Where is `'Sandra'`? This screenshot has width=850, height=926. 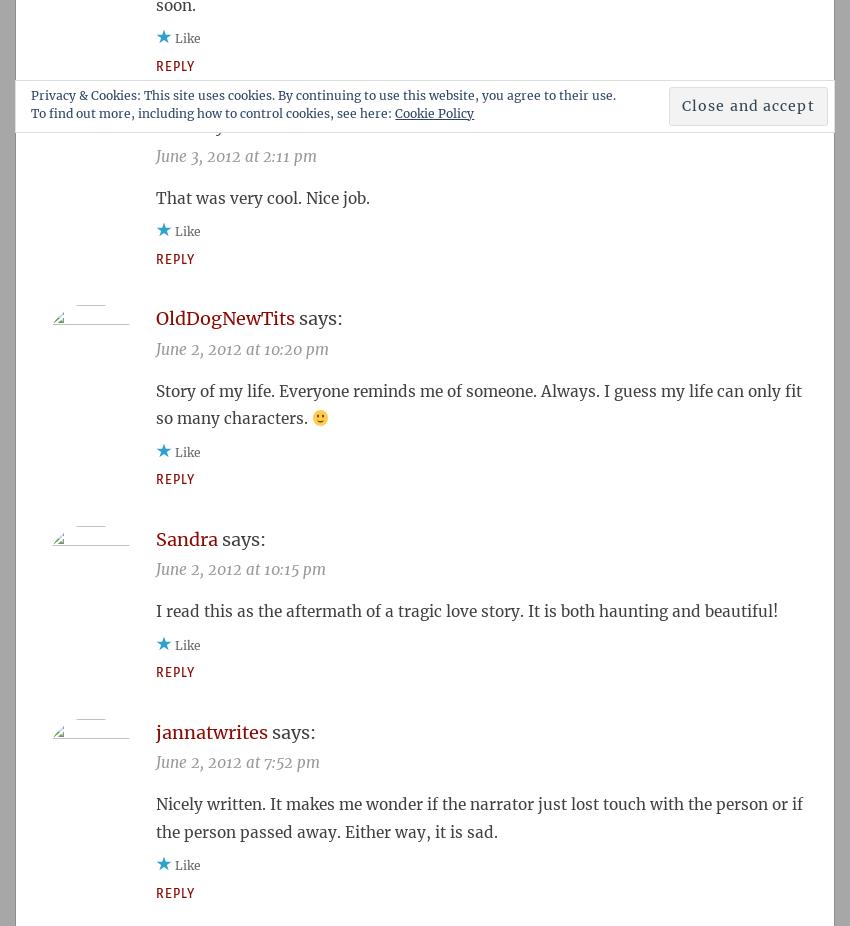
'Sandra' is located at coordinates (186, 537).